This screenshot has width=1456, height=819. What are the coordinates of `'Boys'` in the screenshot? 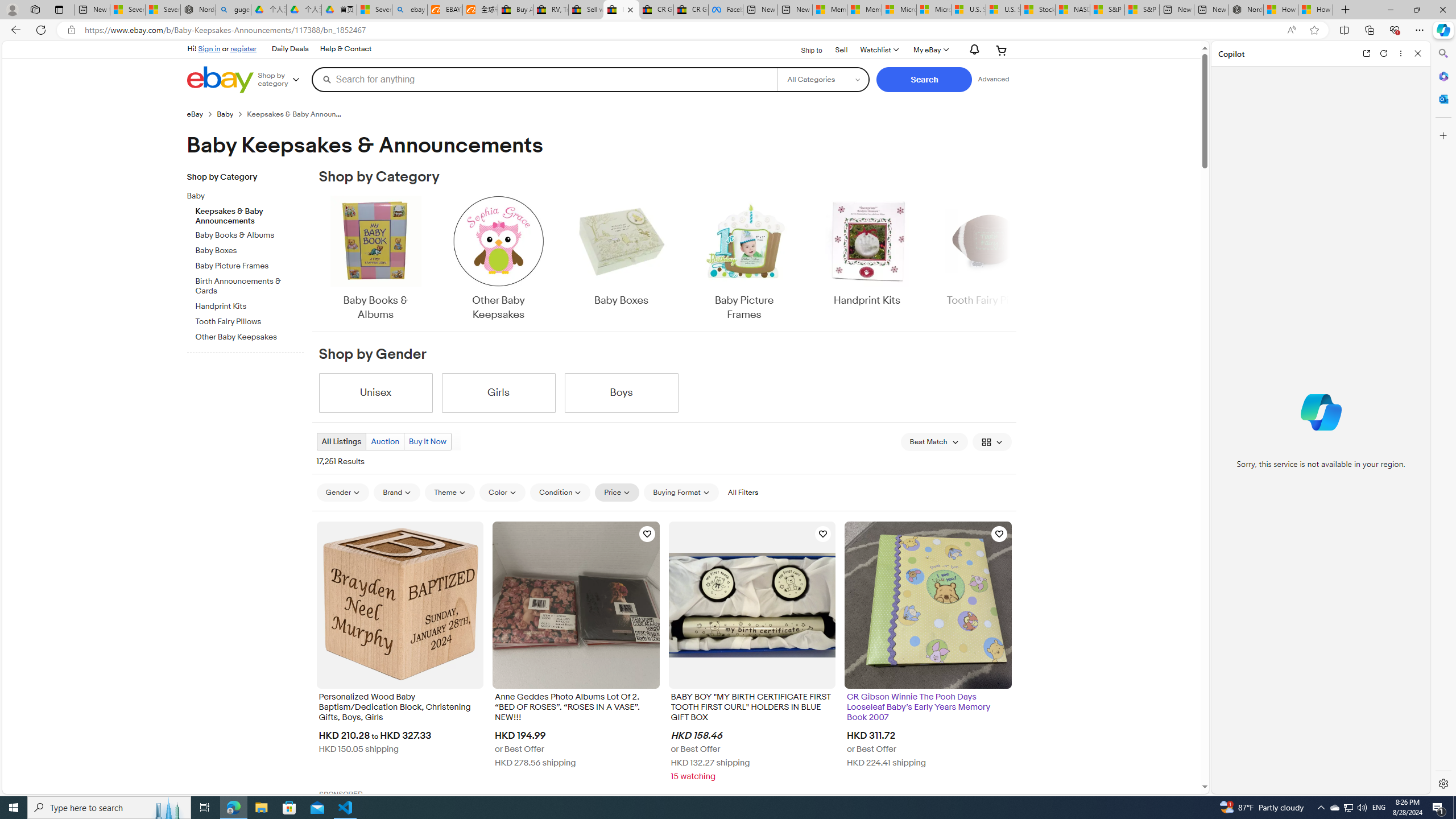 It's located at (621, 392).